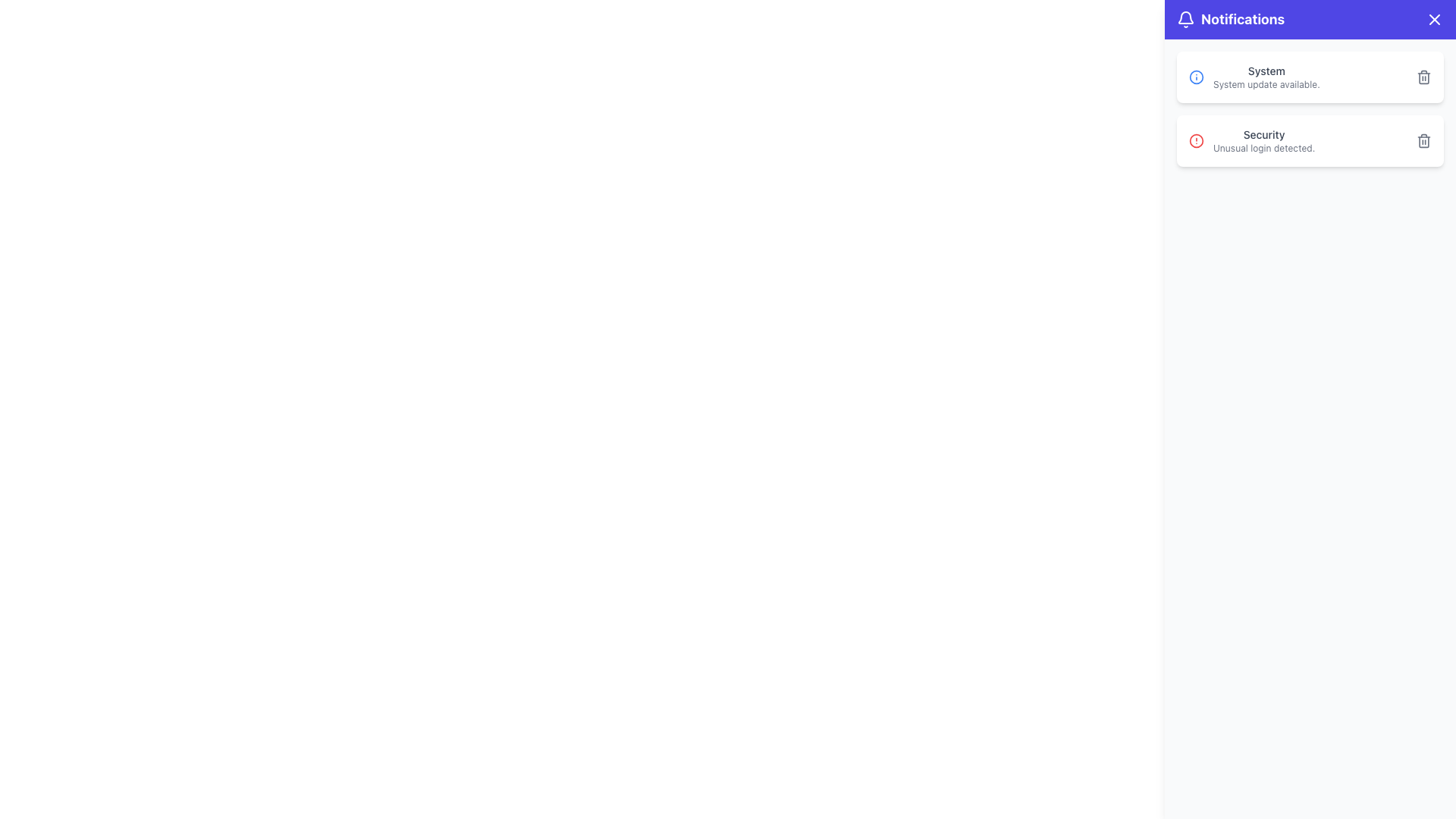 The image size is (1456, 819). Describe the element at coordinates (1423, 142) in the screenshot. I see `the delete button in the 'Security' notification card` at that location.